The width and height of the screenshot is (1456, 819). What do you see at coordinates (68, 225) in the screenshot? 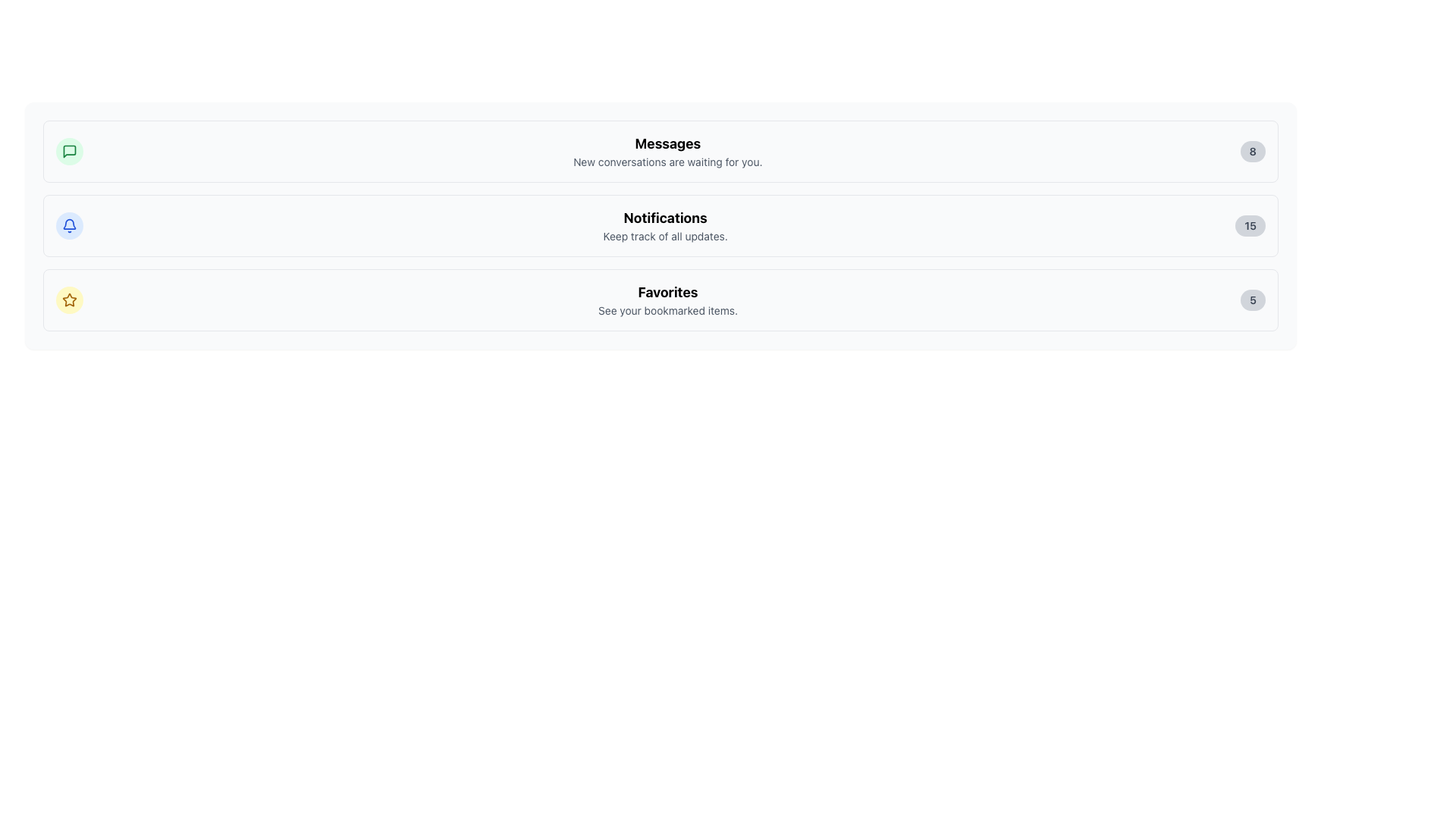
I see `the circular light blue notification icon with a blue bell, positioned to the left of the text 'NotificationsKeep track of all updates.' and above the count '15'` at bounding box center [68, 225].